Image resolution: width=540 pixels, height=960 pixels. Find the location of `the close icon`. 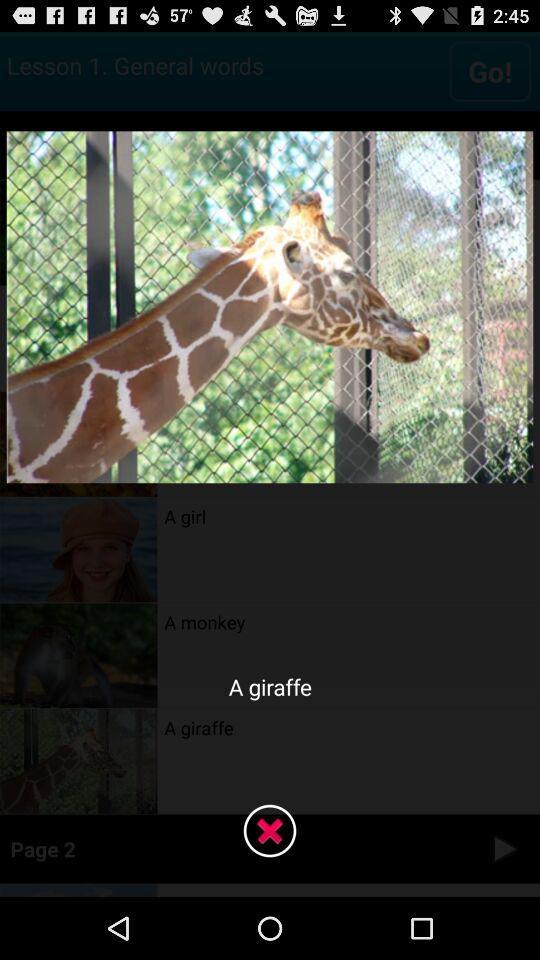

the close icon is located at coordinates (270, 888).